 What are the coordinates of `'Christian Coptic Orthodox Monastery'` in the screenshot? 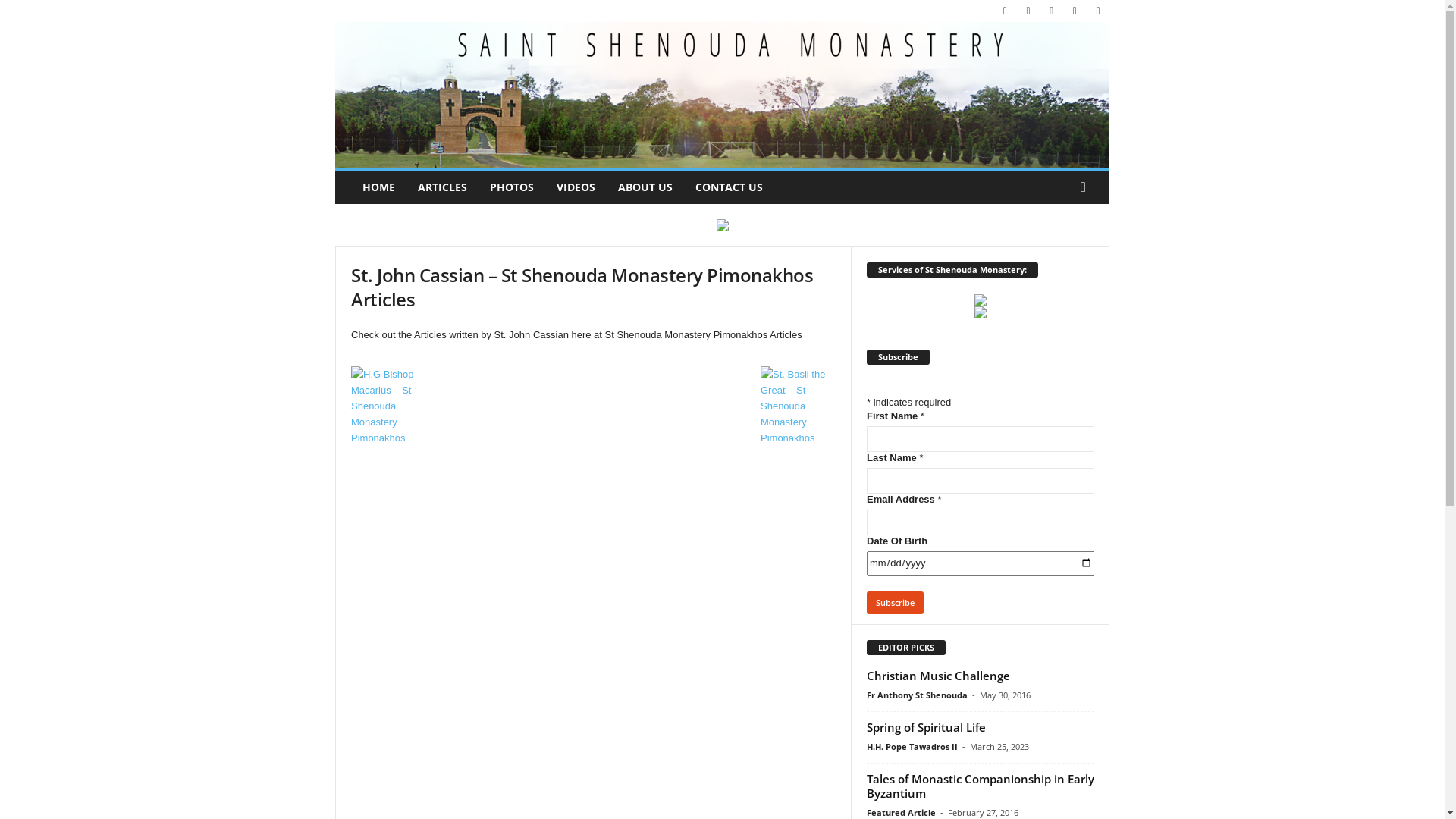 It's located at (334, 94).